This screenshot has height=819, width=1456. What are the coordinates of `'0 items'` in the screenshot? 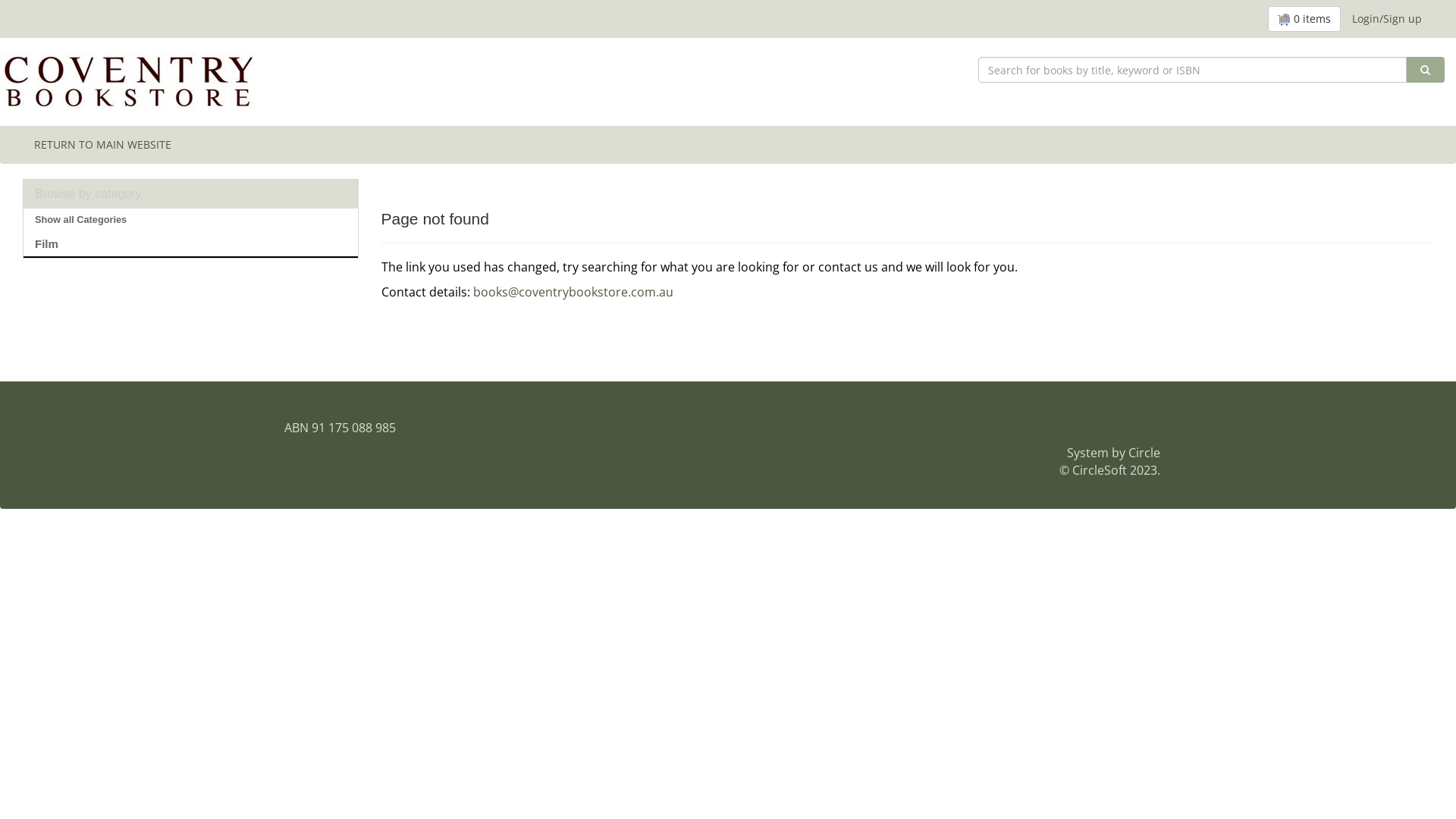 It's located at (1303, 18).